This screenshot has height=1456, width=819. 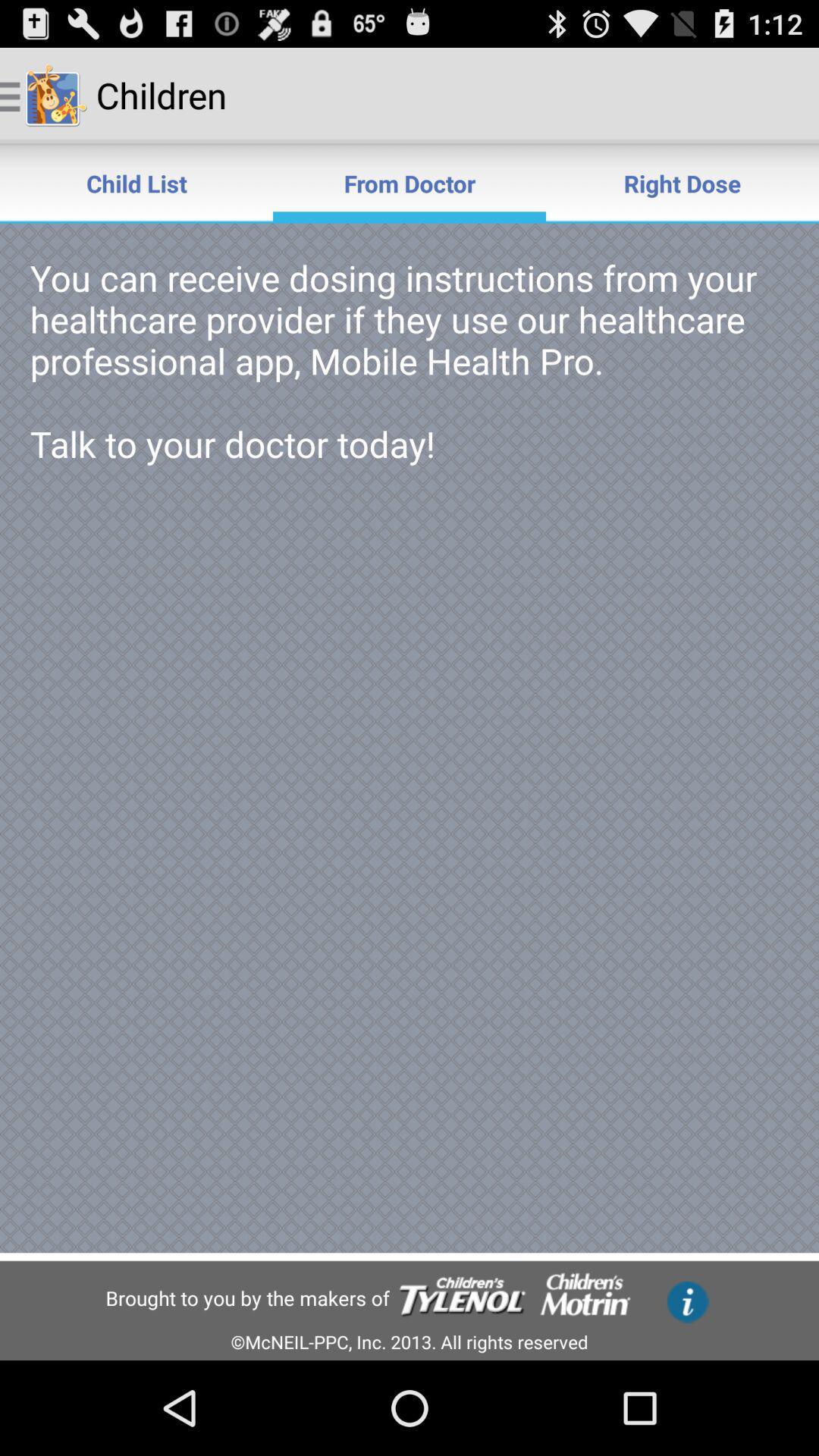 I want to click on the right dose icon, so click(x=681, y=182).